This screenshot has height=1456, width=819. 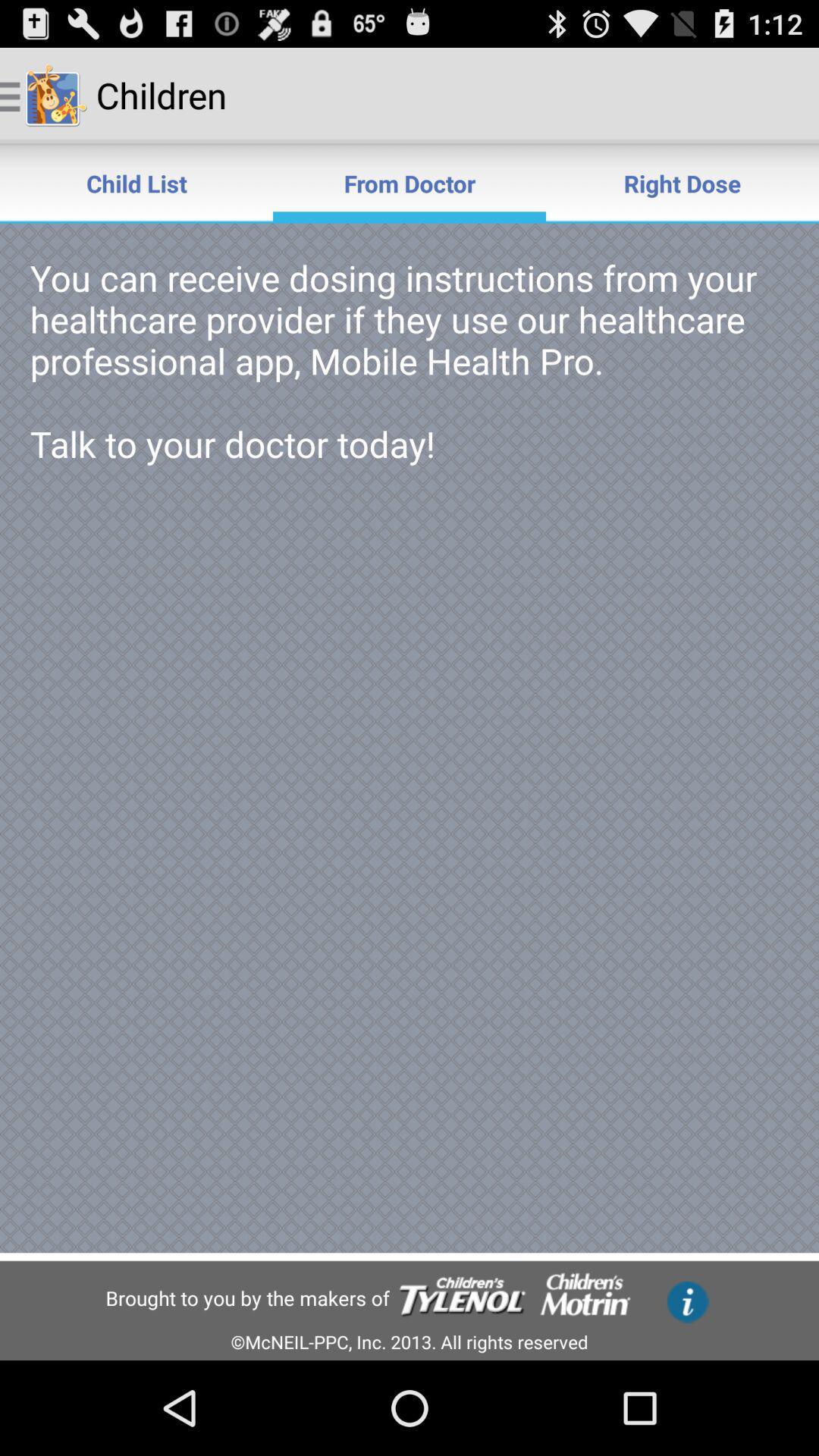 I want to click on the right dose icon, so click(x=681, y=182).